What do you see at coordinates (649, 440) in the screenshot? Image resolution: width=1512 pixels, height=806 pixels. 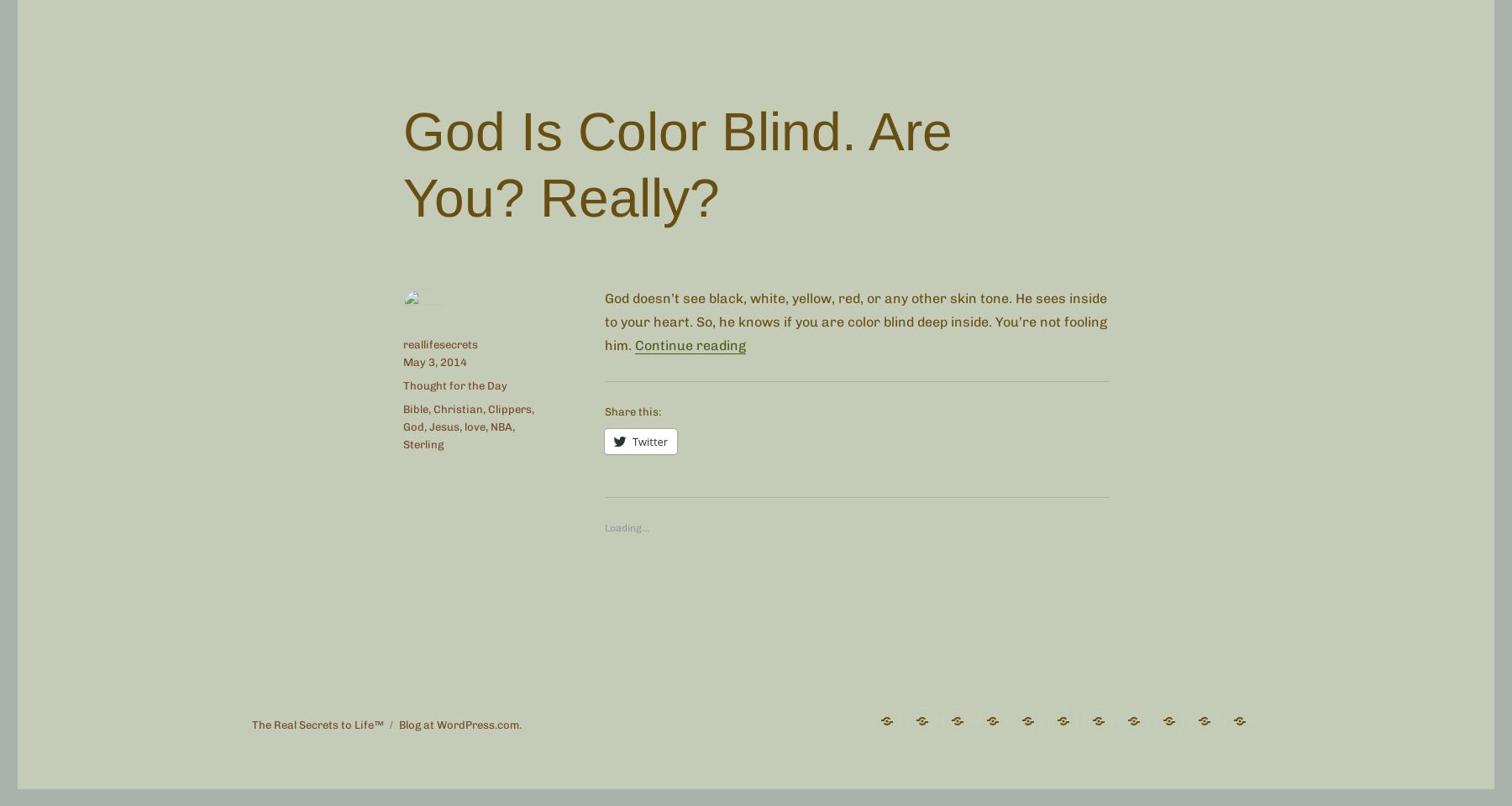 I see `'Twitter'` at bounding box center [649, 440].